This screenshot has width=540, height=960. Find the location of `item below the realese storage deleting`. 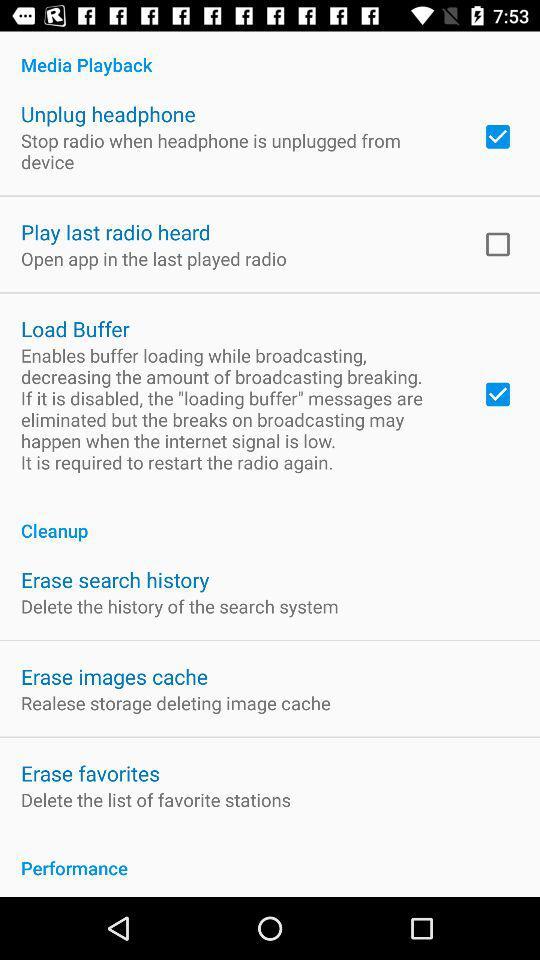

item below the realese storage deleting is located at coordinates (89, 772).